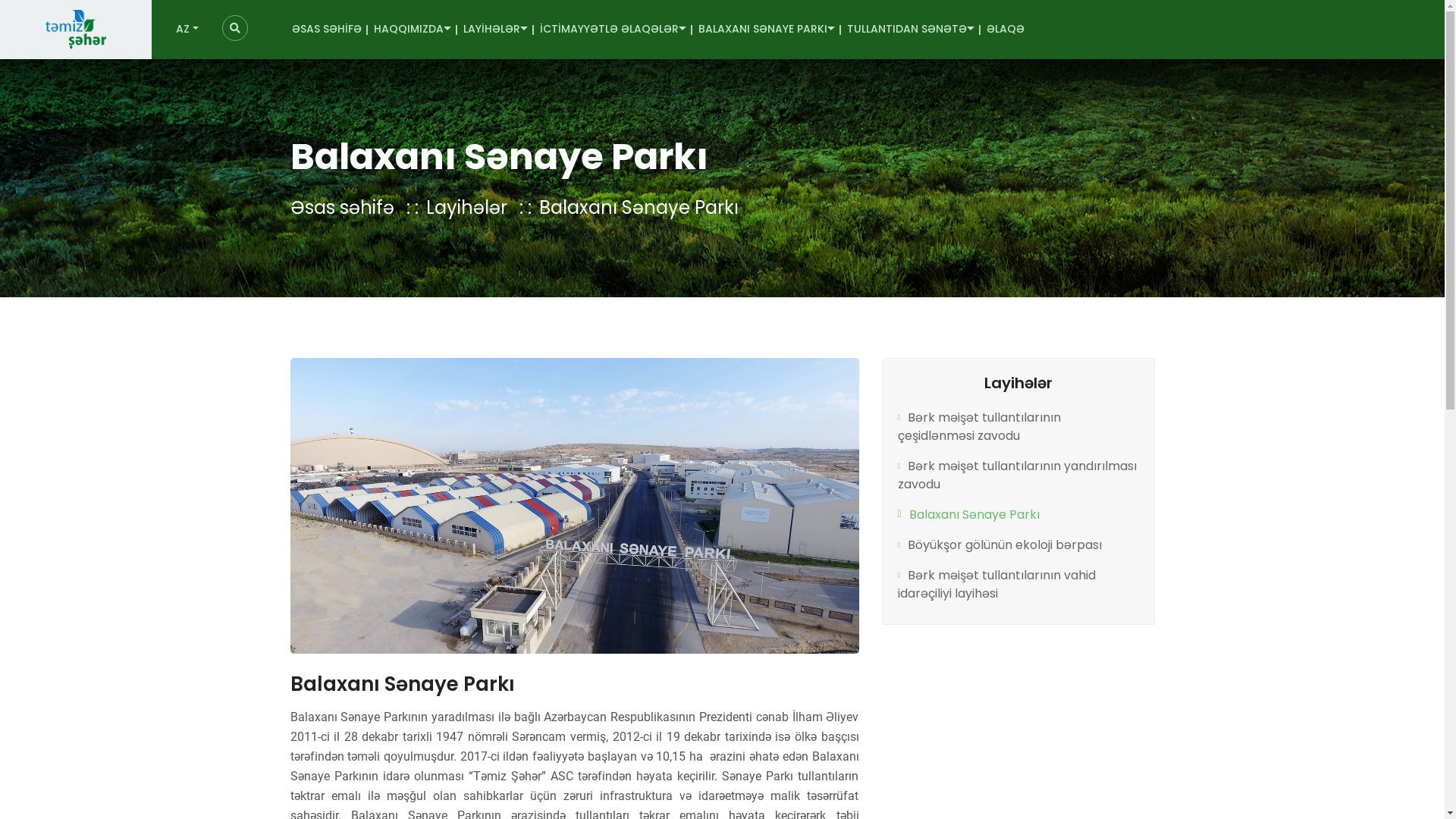 This screenshot has height=819, width=1456. Describe the element at coordinates (186, 30) in the screenshot. I see `'AZ'` at that location.